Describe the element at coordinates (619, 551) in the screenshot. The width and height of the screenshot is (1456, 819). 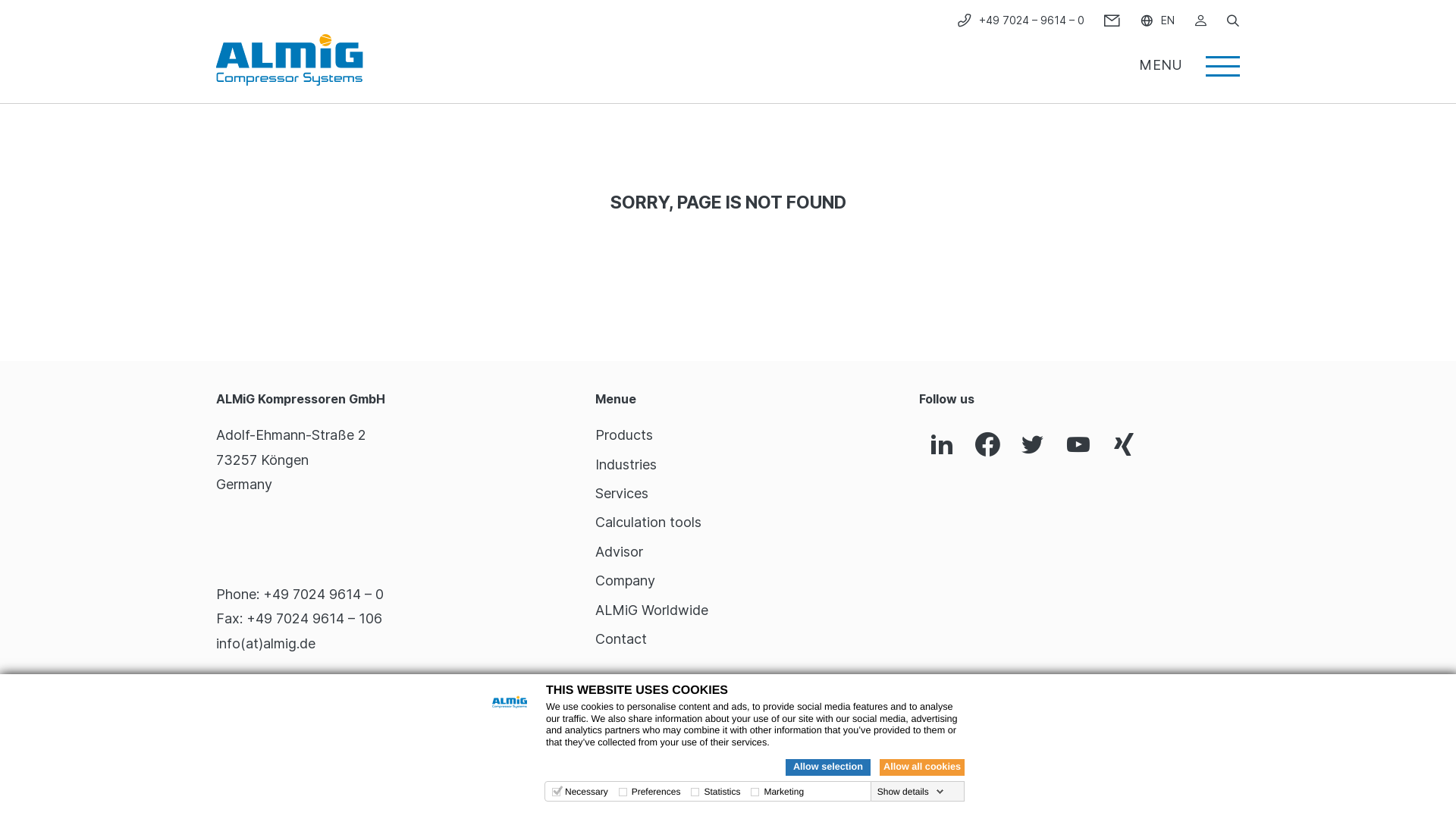
I see `'Advisor'` at that location.